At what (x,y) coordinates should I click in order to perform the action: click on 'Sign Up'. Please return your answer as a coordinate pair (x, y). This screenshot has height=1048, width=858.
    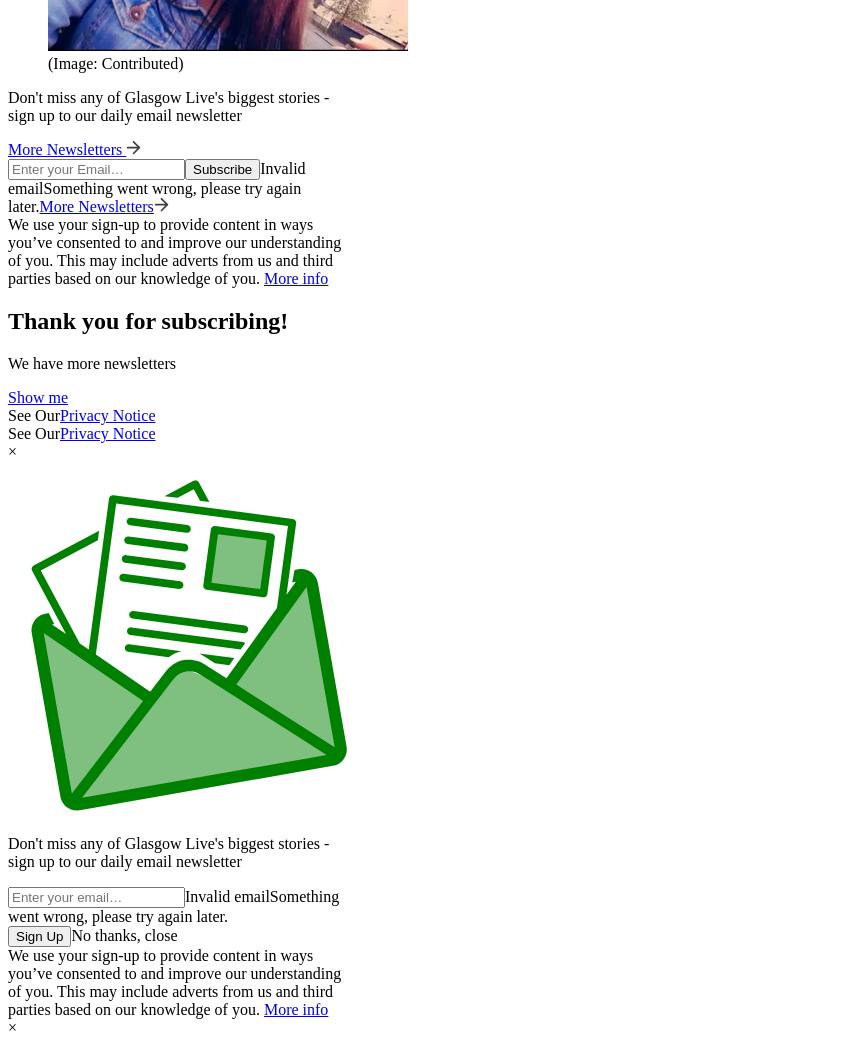
    Looking at the image, I should click on (39, 935).